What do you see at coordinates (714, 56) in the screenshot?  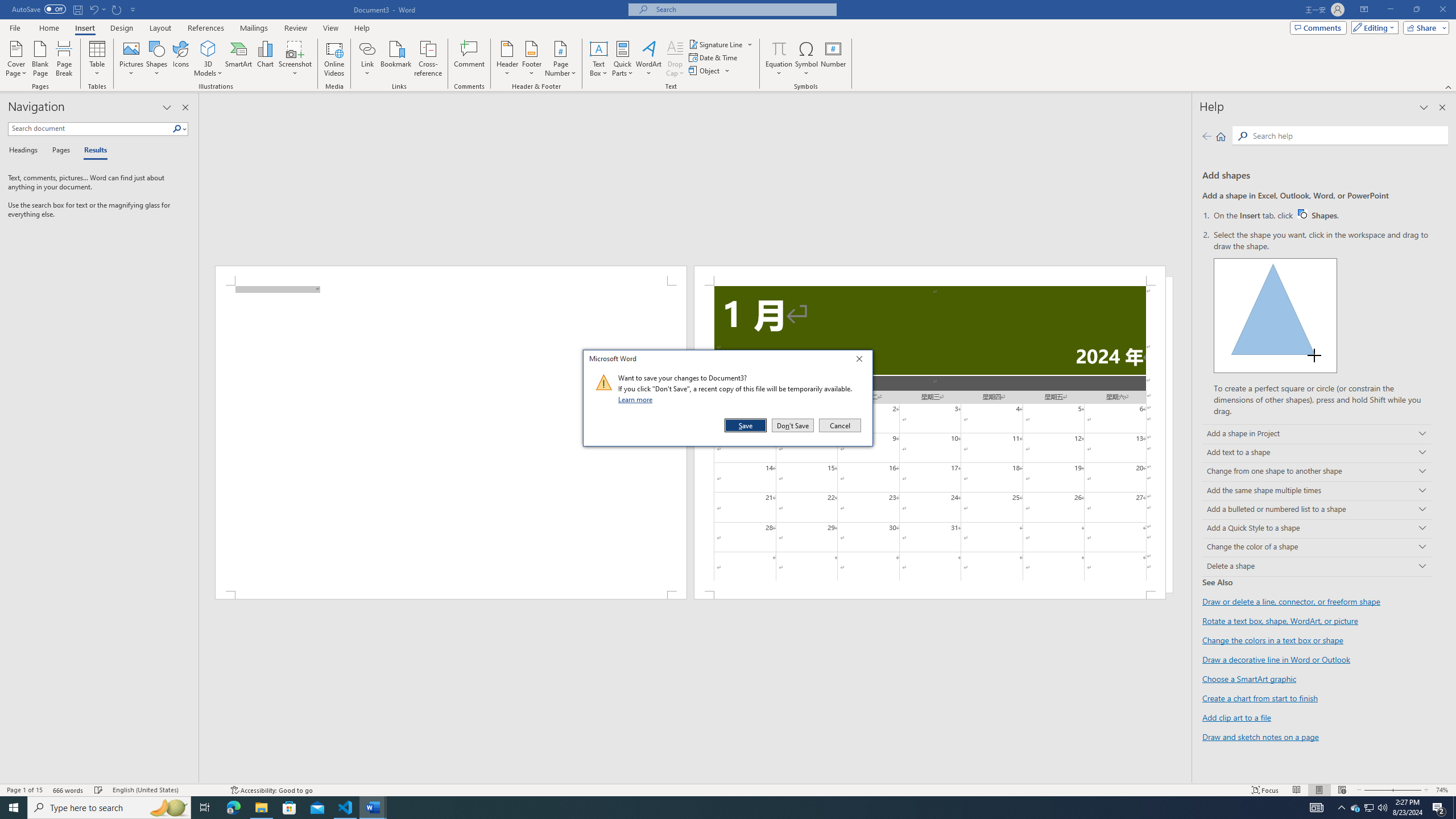 I see `'Date & Time...'` at bounding box center [714, 56].